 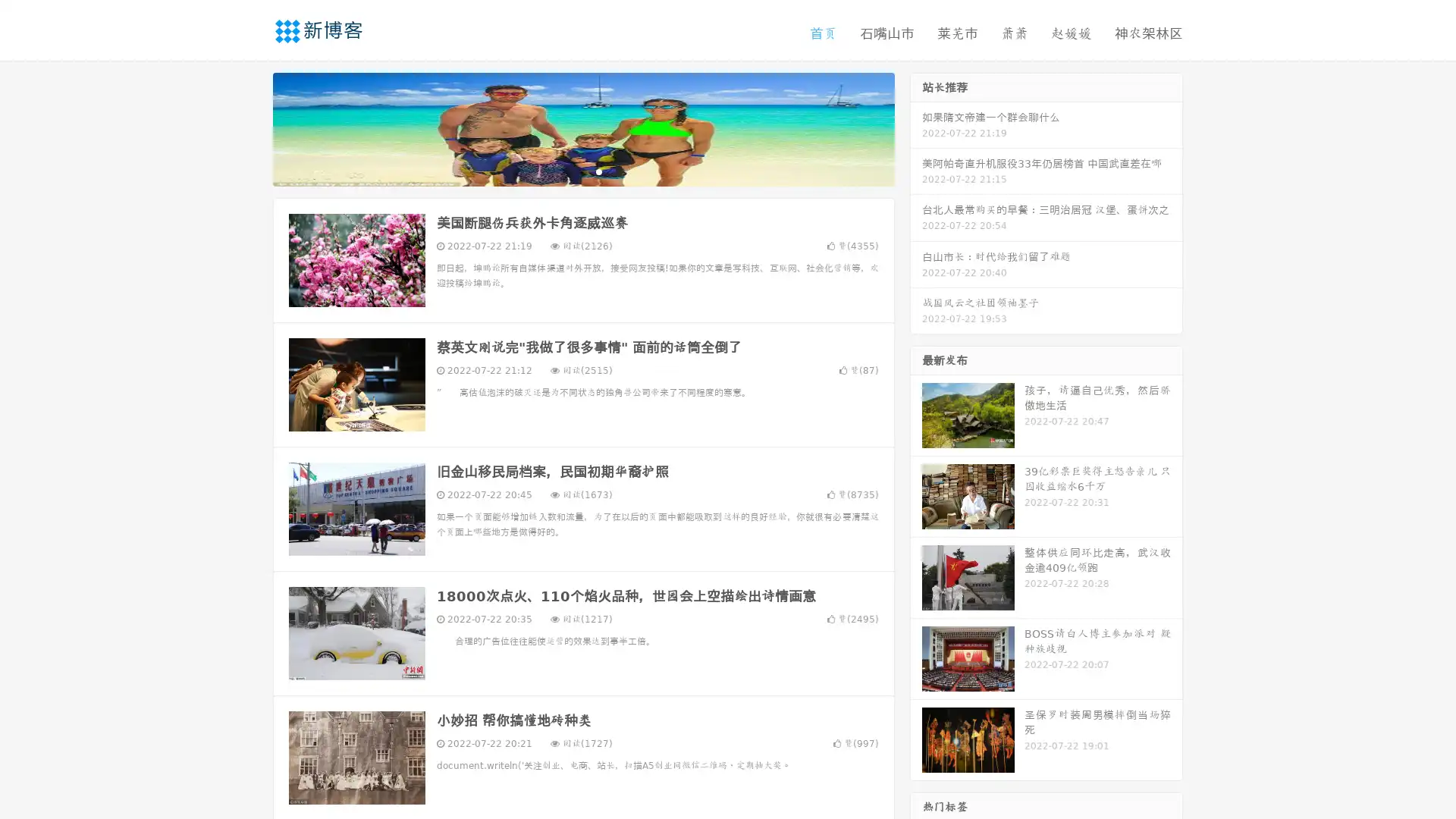 What do you see at coordinates (598, 171) in the screenshot?
I see `Go to slide 3` at bounding box center [598, 171].